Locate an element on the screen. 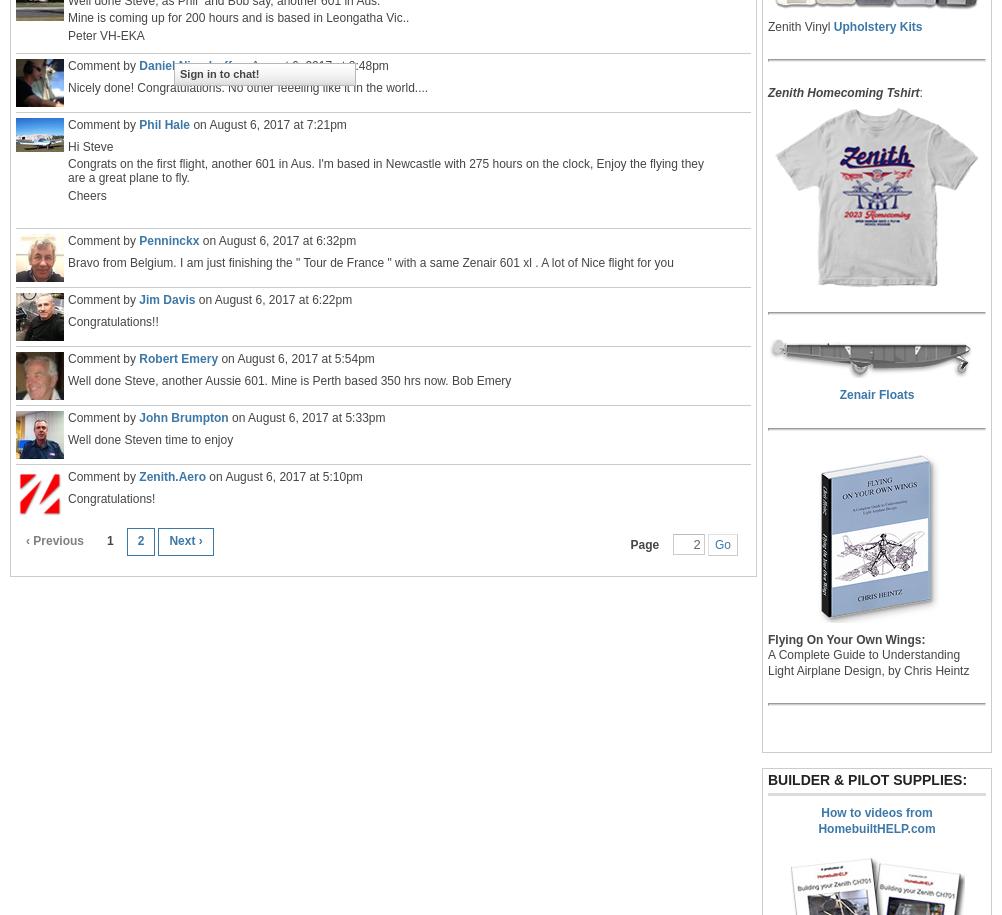  'Flying On Your Own Wings:' is located at coordinates (846, 639).